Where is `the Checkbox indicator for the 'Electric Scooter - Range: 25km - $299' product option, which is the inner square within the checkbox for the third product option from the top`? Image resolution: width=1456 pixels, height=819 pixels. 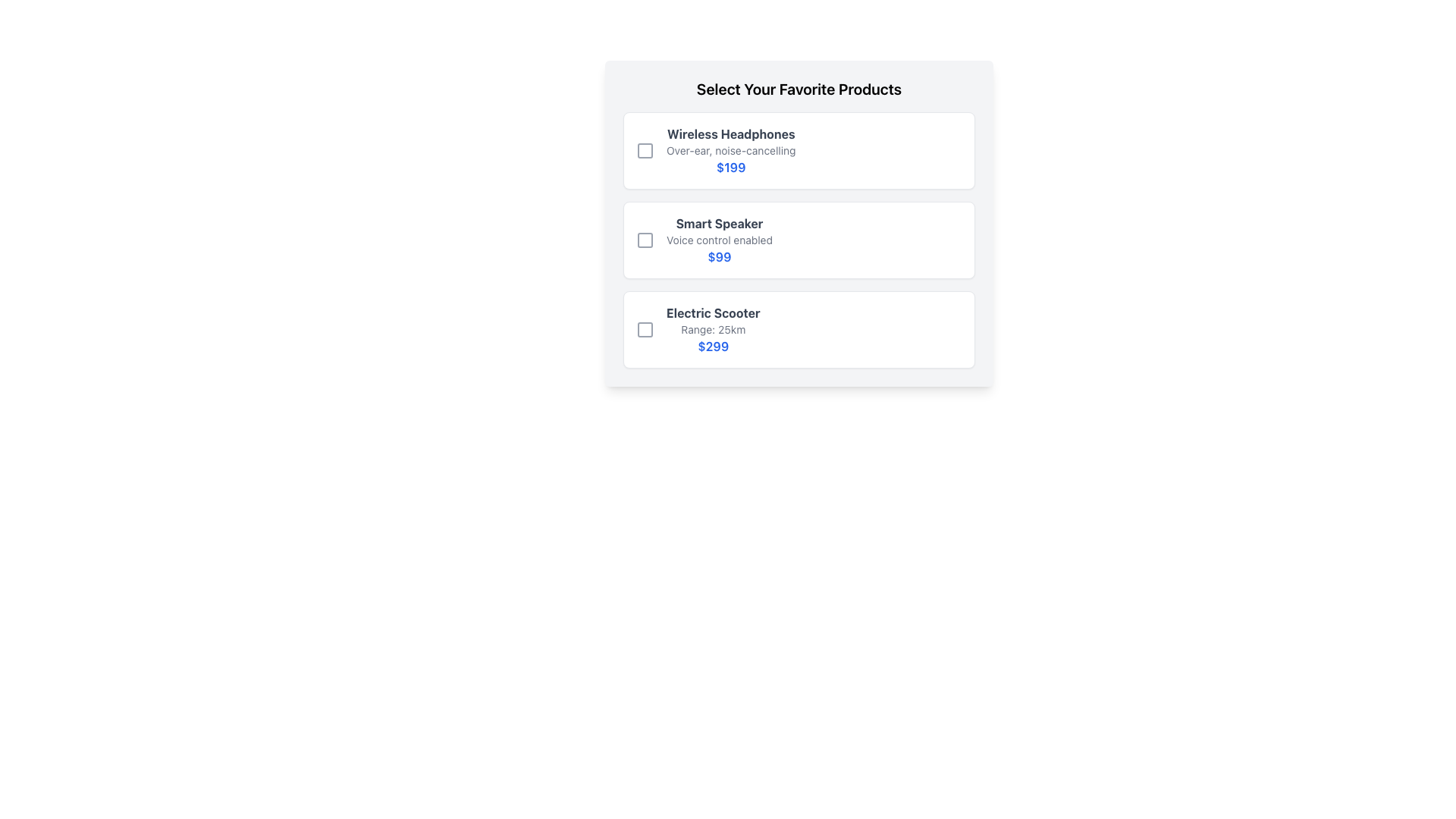 the Checkbox indicator for the 'Electric Scooter - Range: 25km - $299' product option, which is the inner square within the checkbox for the third product option from the top is located at coordinates (645, 329).